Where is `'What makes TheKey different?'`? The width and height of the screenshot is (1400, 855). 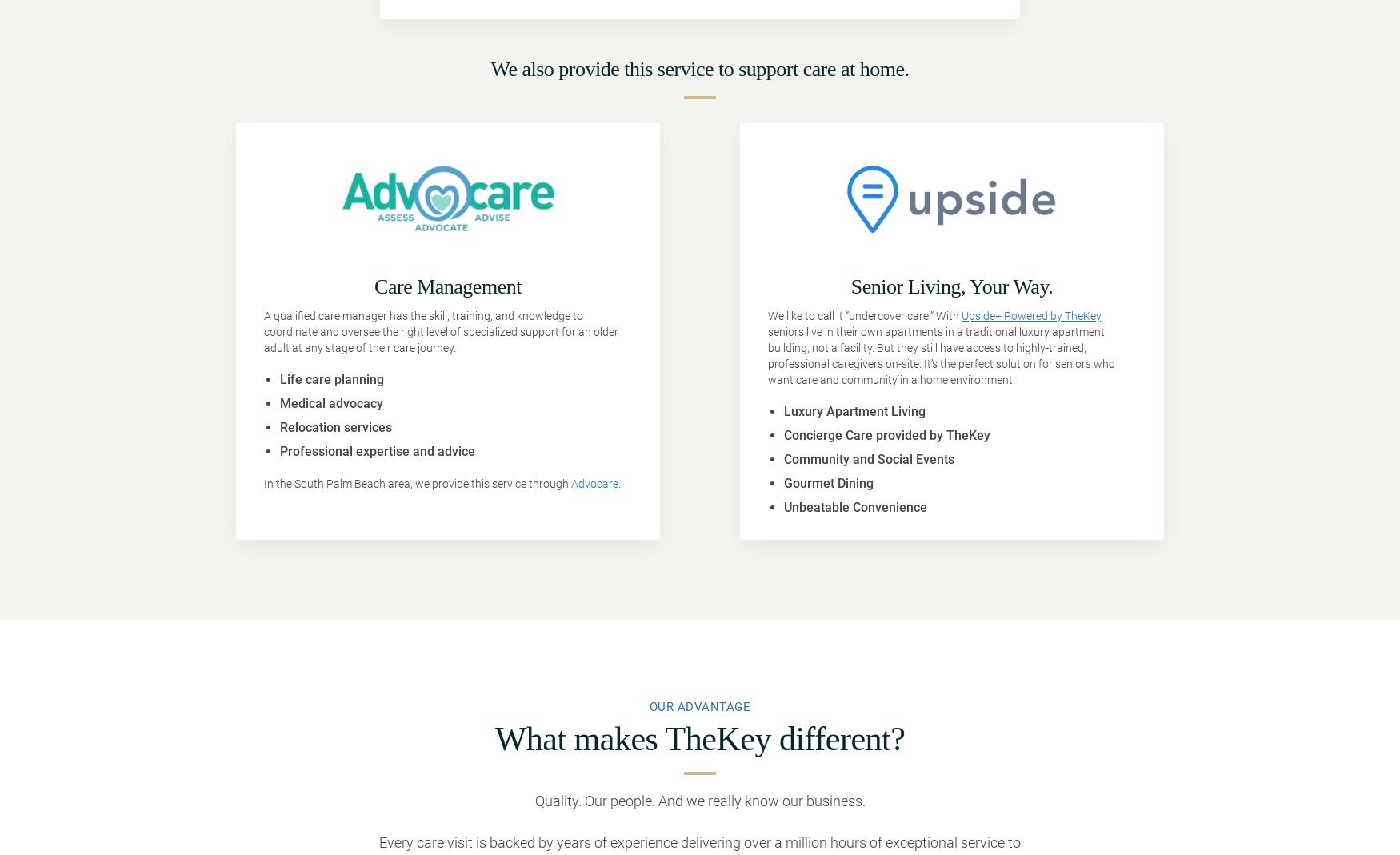 'What makes TheKey different?' is located at coordinates (699, 738).